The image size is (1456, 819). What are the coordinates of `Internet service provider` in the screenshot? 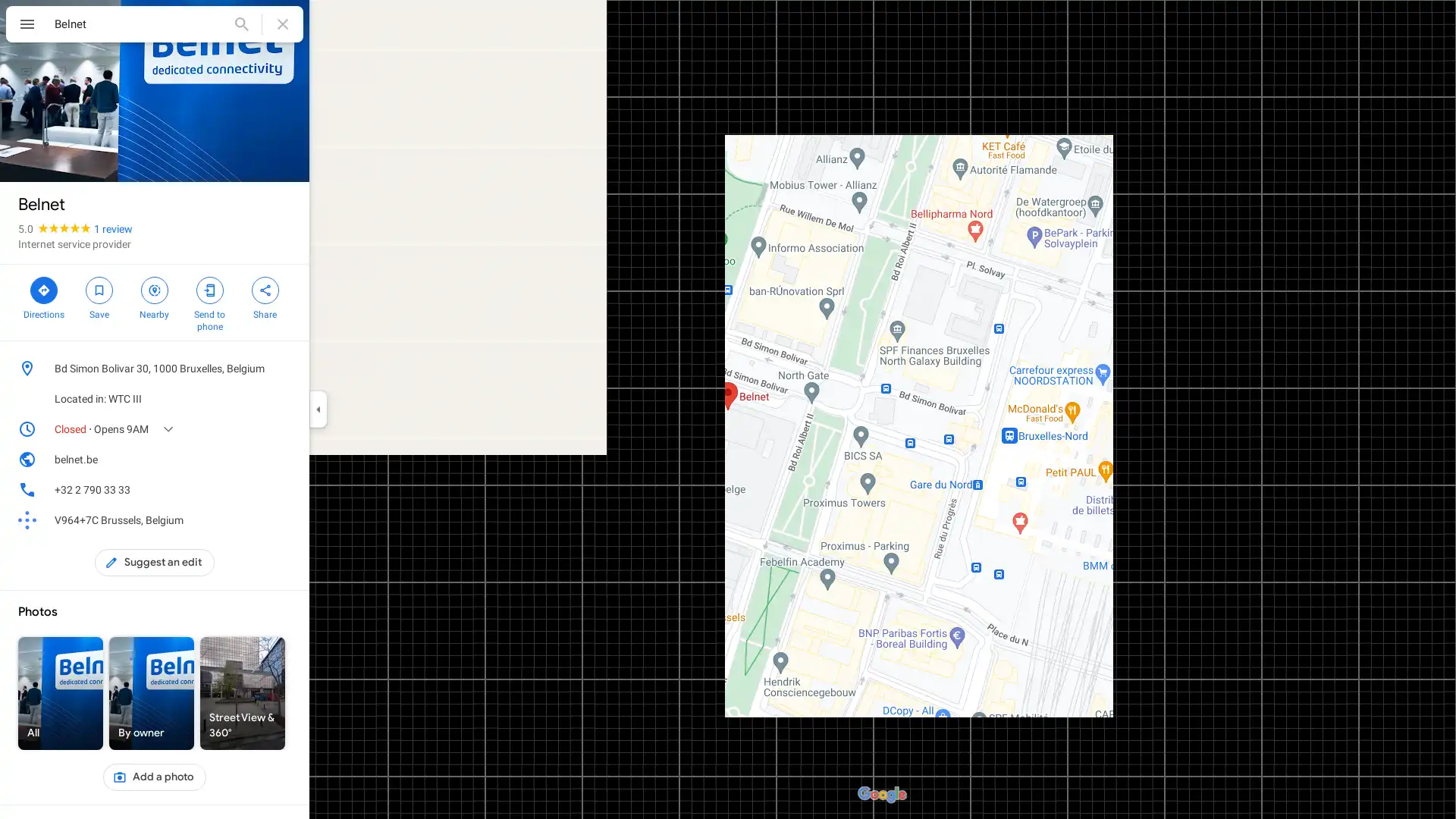 It's located at (74, 243).